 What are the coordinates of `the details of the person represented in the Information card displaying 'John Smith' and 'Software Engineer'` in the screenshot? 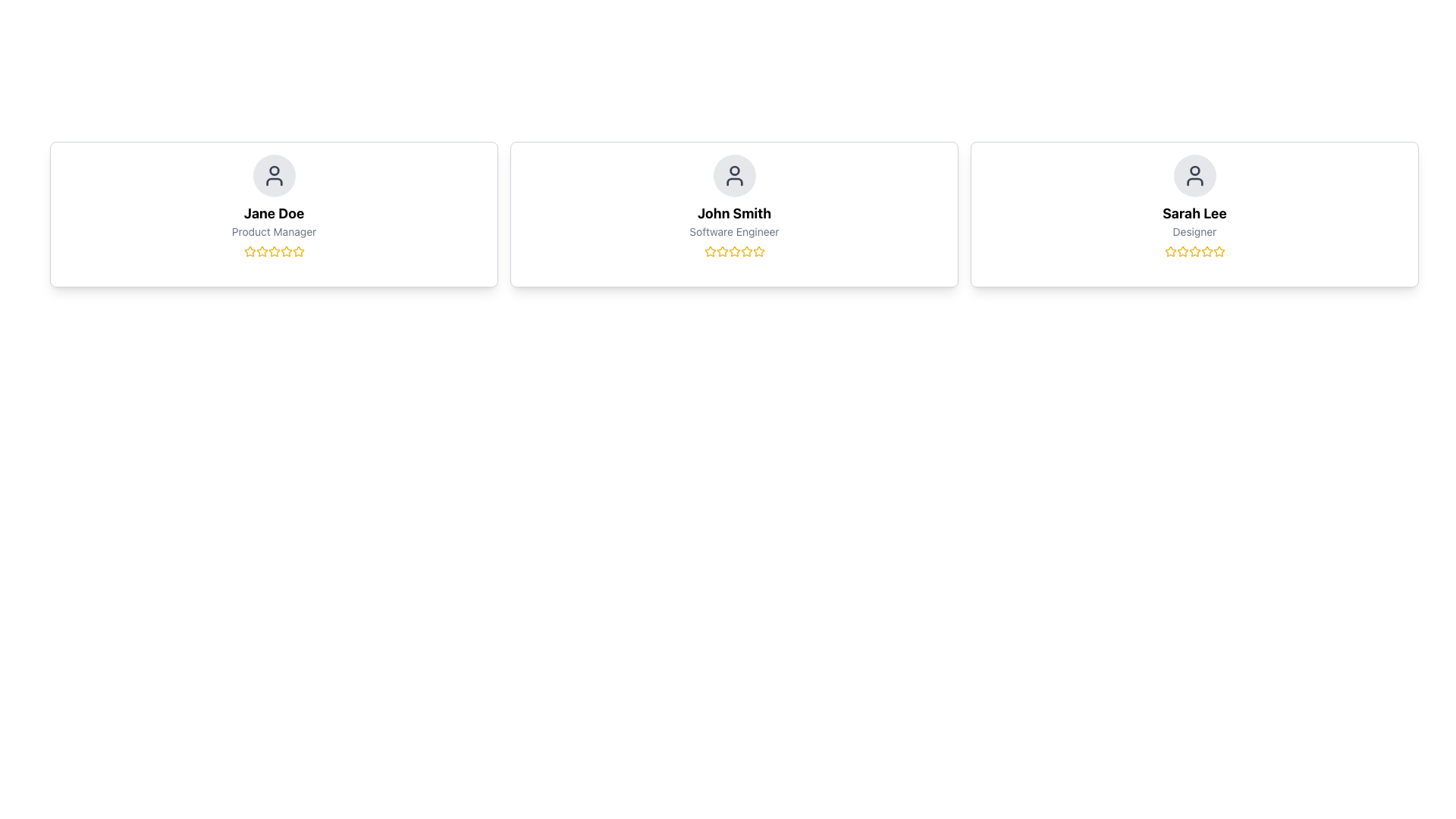 It's located at (734, 214).